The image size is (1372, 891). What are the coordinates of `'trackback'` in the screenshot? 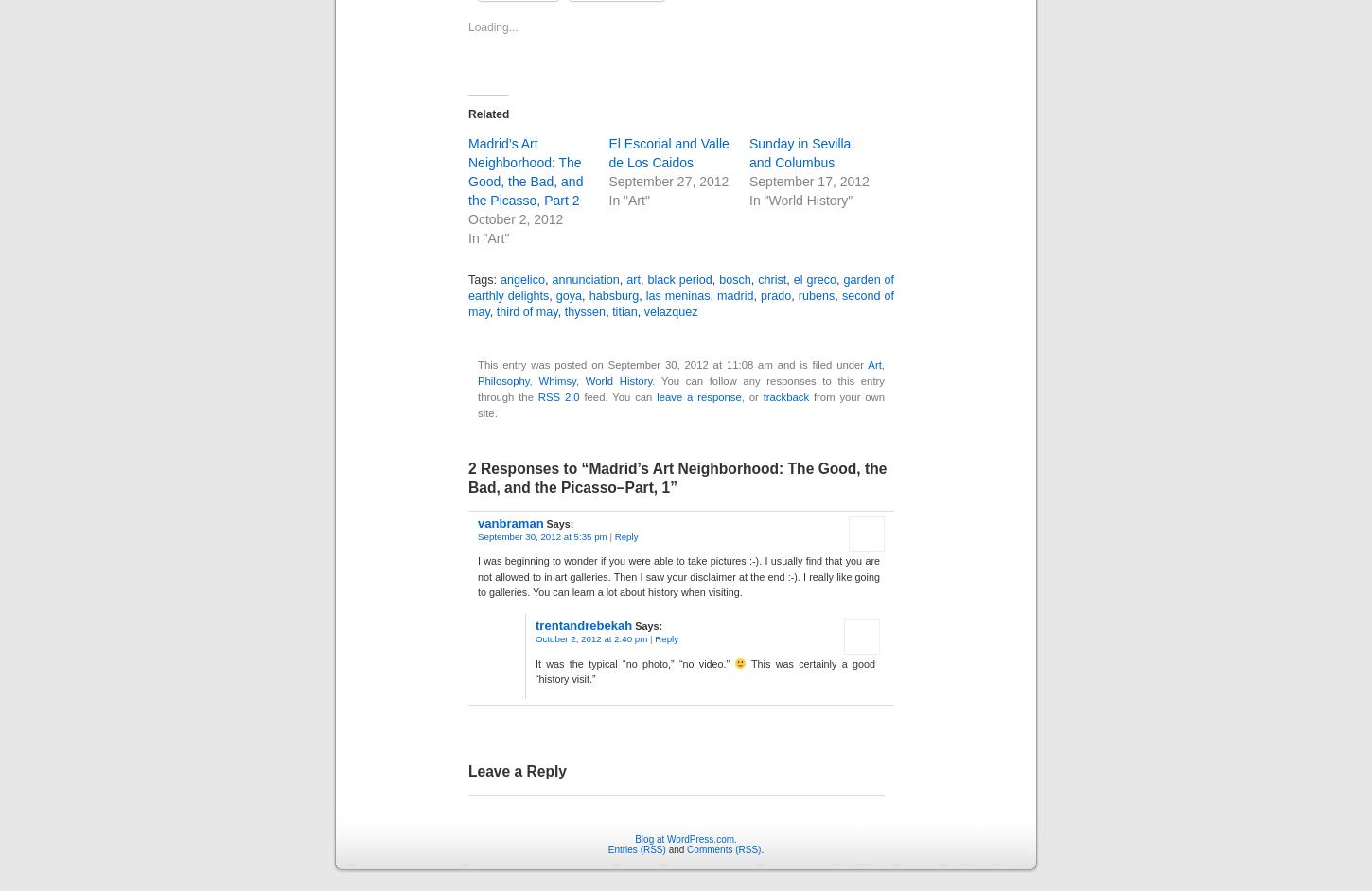 It's located at (763, 393).